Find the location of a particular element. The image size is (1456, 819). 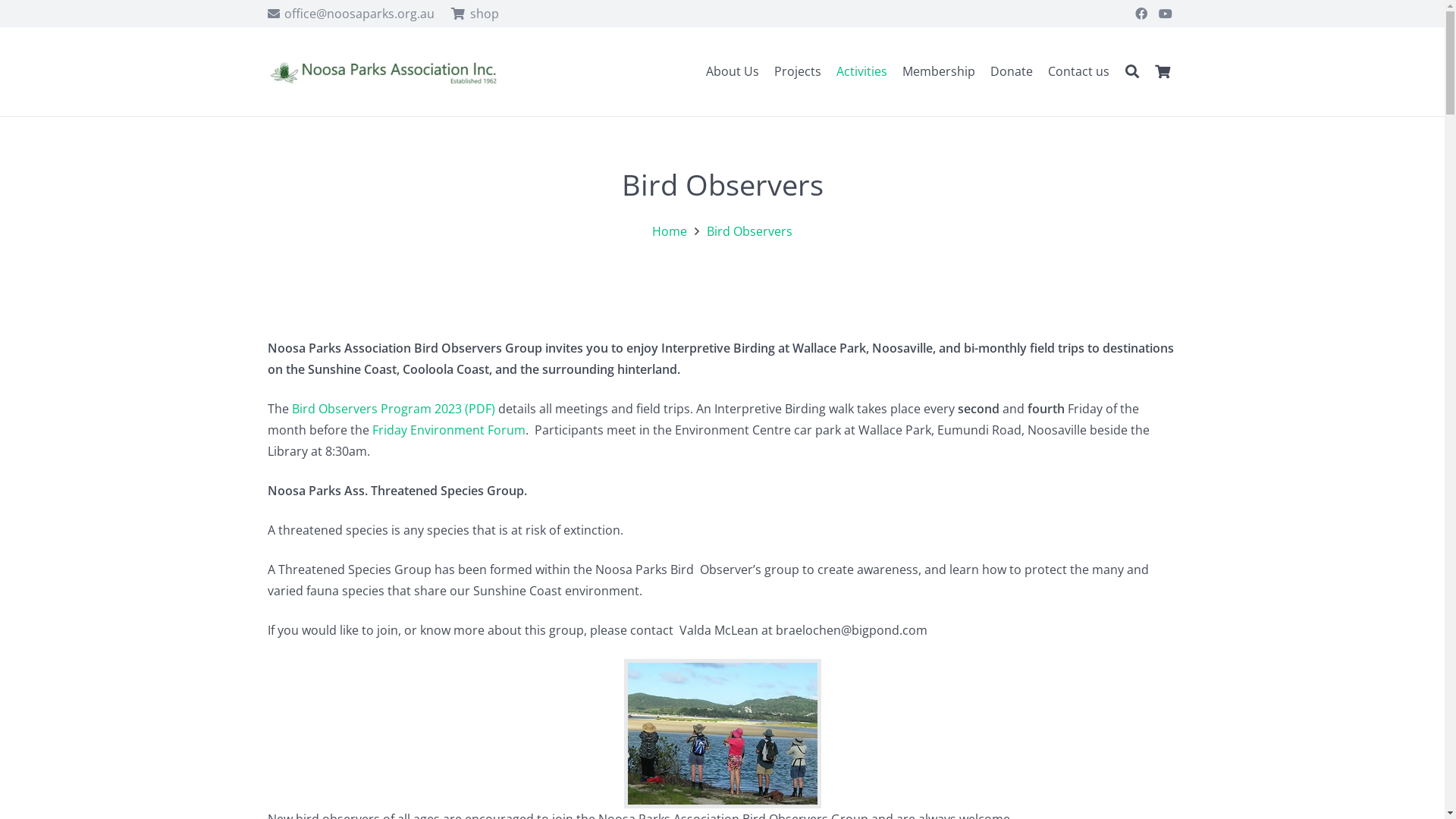

'office@noosaparks.org.au' is located at coordinates (349, 14).